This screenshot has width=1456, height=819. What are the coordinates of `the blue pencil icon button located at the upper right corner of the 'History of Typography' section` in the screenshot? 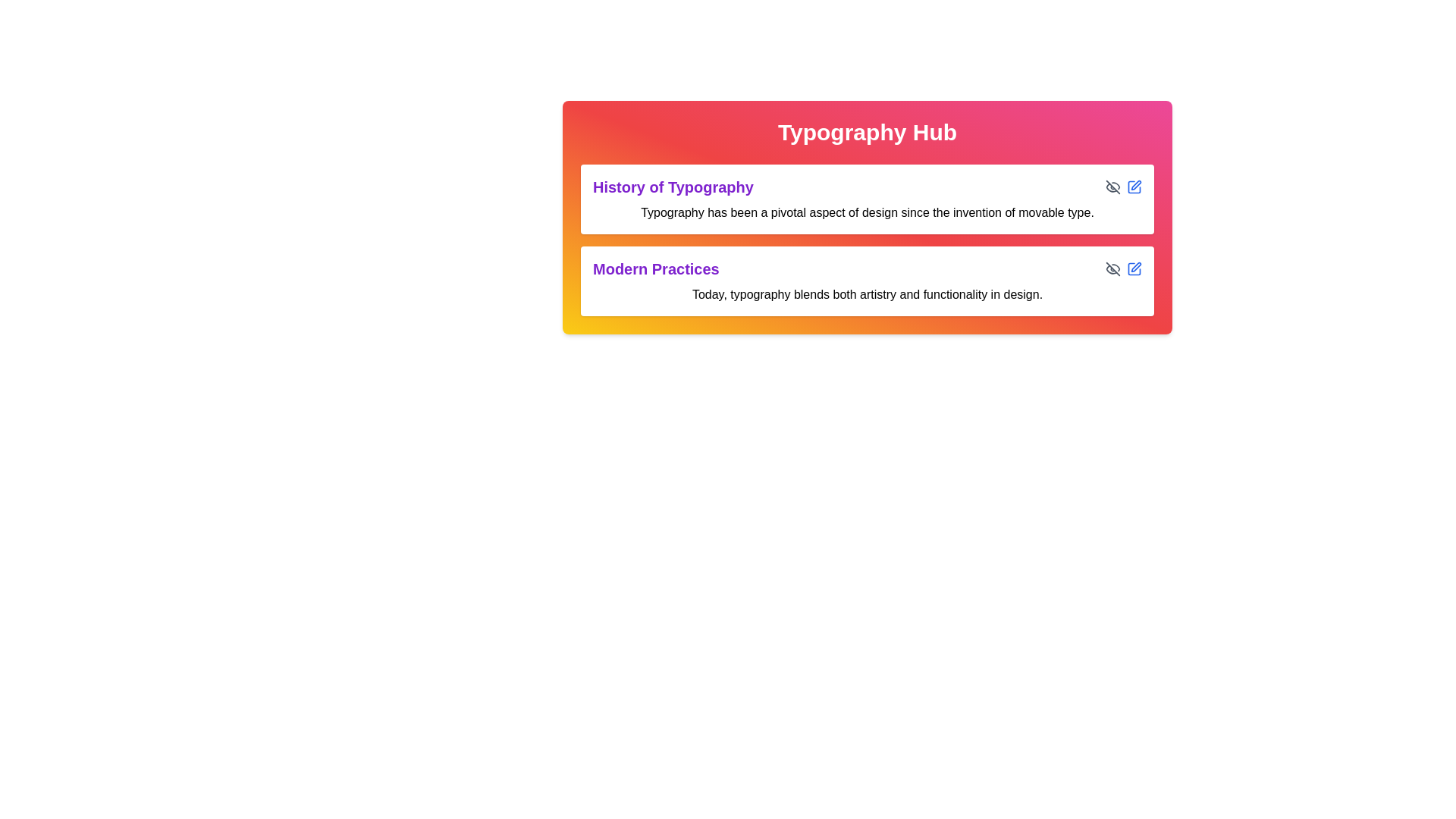 It's located at (1134, 186).